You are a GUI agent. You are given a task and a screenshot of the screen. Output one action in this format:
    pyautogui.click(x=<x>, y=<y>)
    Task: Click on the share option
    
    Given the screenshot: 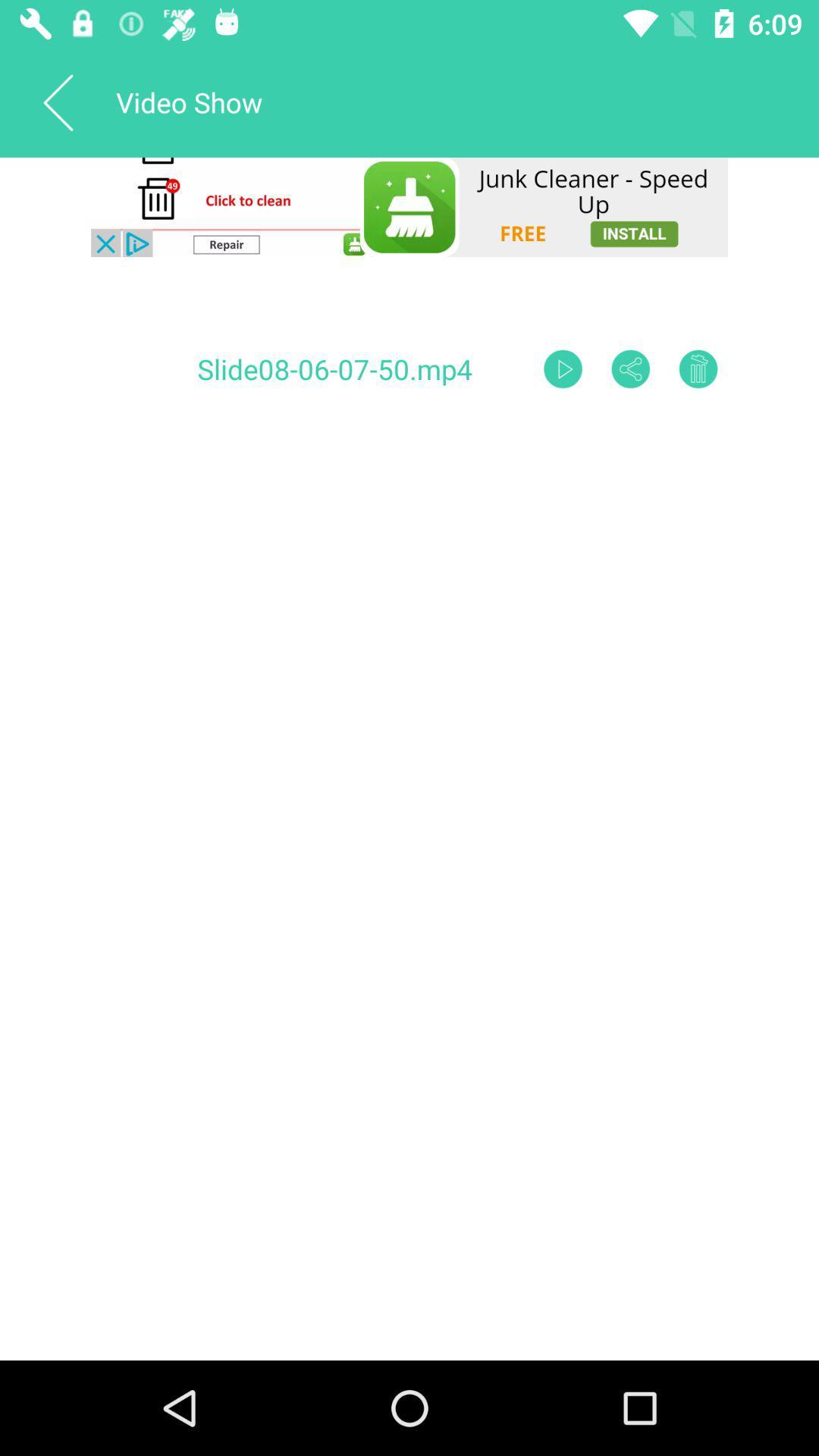 What is the action you would take?
    pyautogui.click(x=630, y=369)
    